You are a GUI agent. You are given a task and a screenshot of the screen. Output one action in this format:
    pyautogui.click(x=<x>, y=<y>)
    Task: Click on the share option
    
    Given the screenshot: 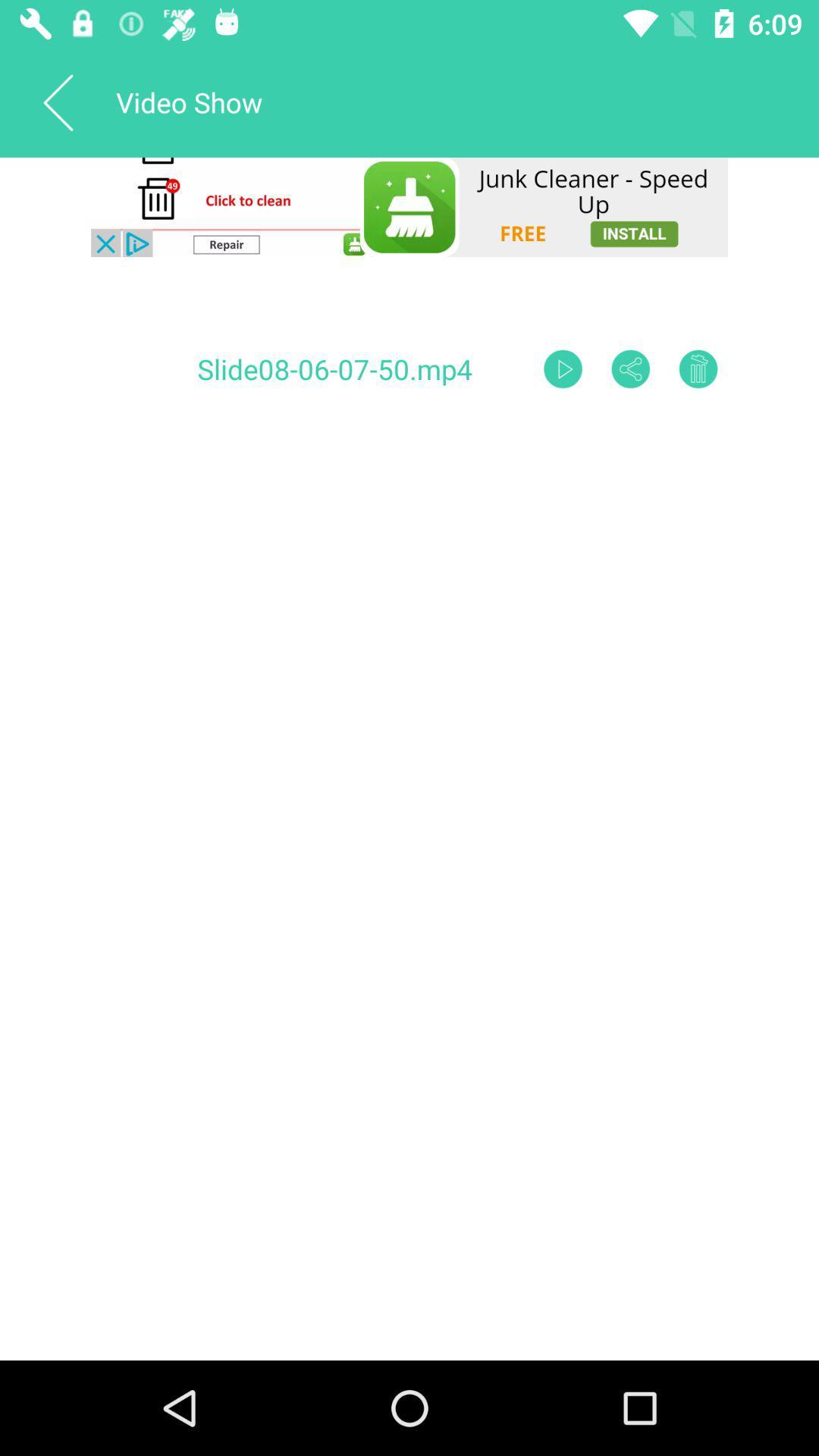 What is the action you would take?
    pyautogui.click(x=630, y=369)
    